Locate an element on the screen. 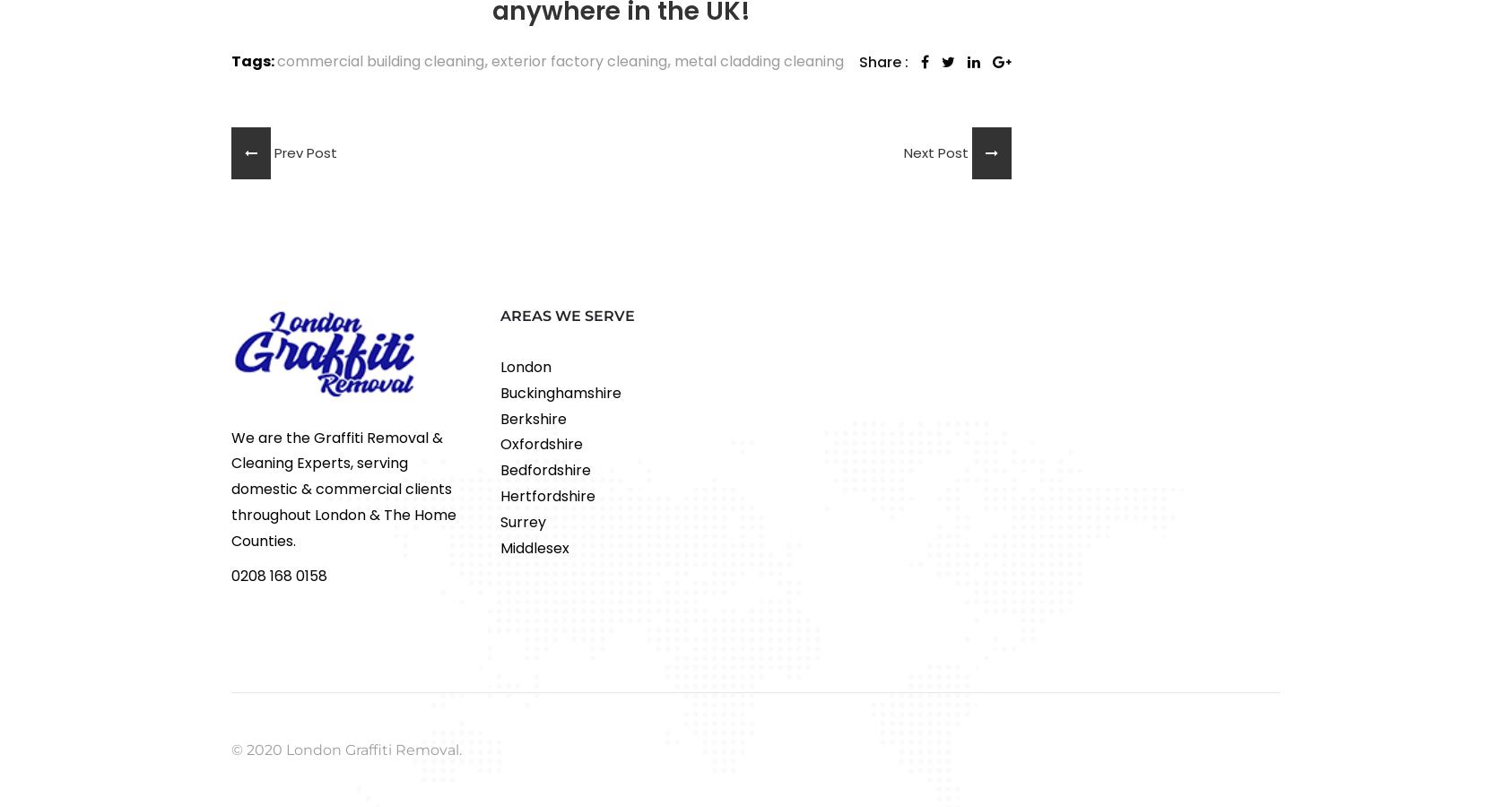 The image size is (1512, 807). '0208 168 0158' is located at coordinates (278, 575).